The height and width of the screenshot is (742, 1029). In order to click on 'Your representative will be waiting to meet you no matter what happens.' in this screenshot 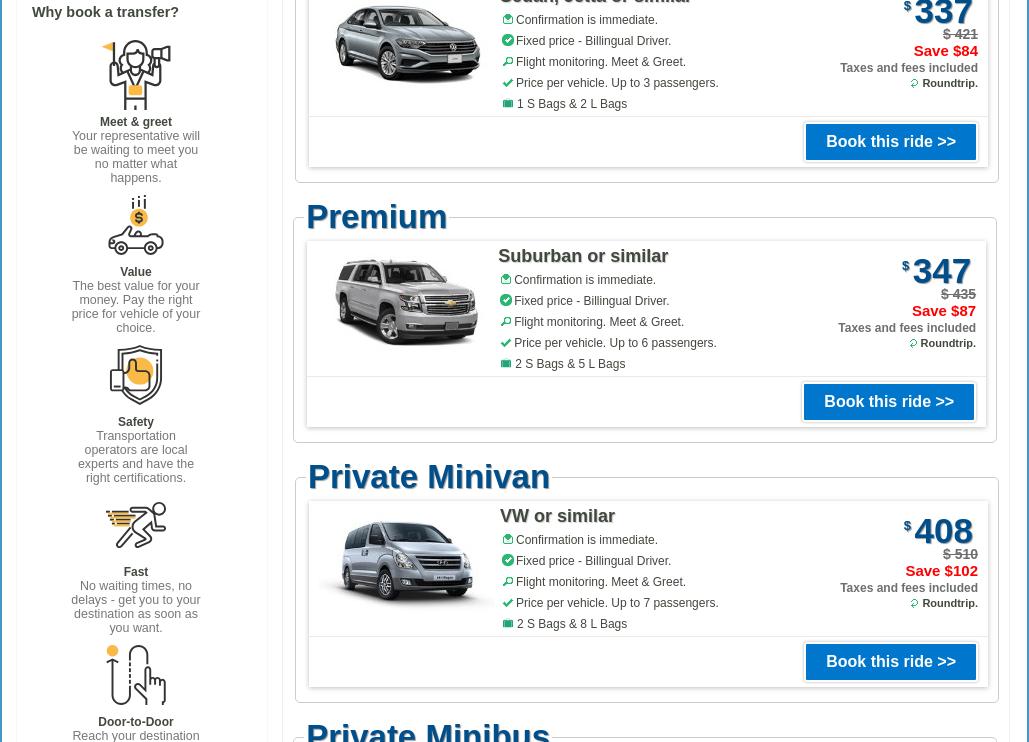, I will do `click(71, 157)`.